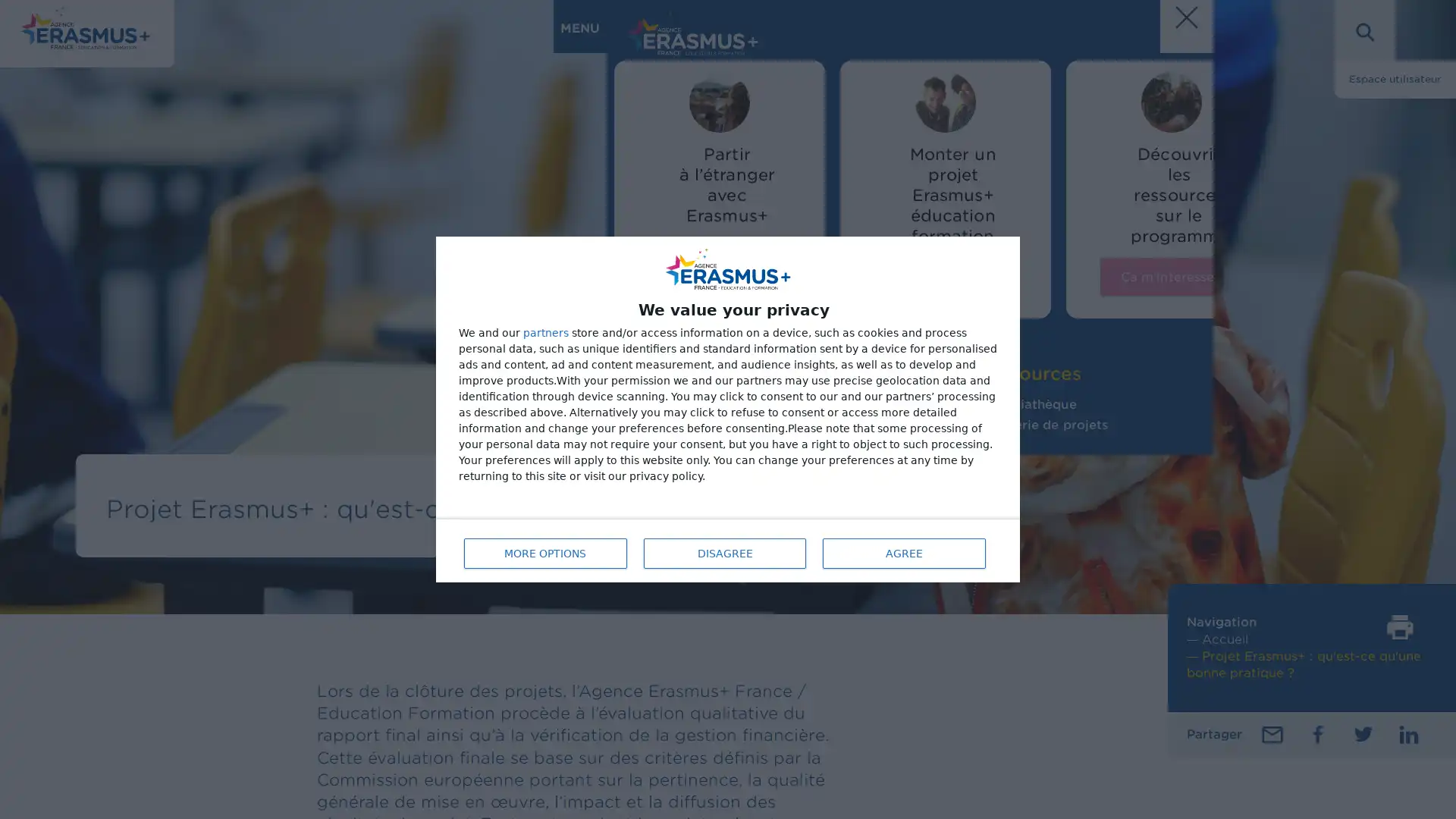 This screenshot has width=1456, height=819. Describe the element at coordinates (720, 550) in the screenshot. I see `DISAGREE` at that location.